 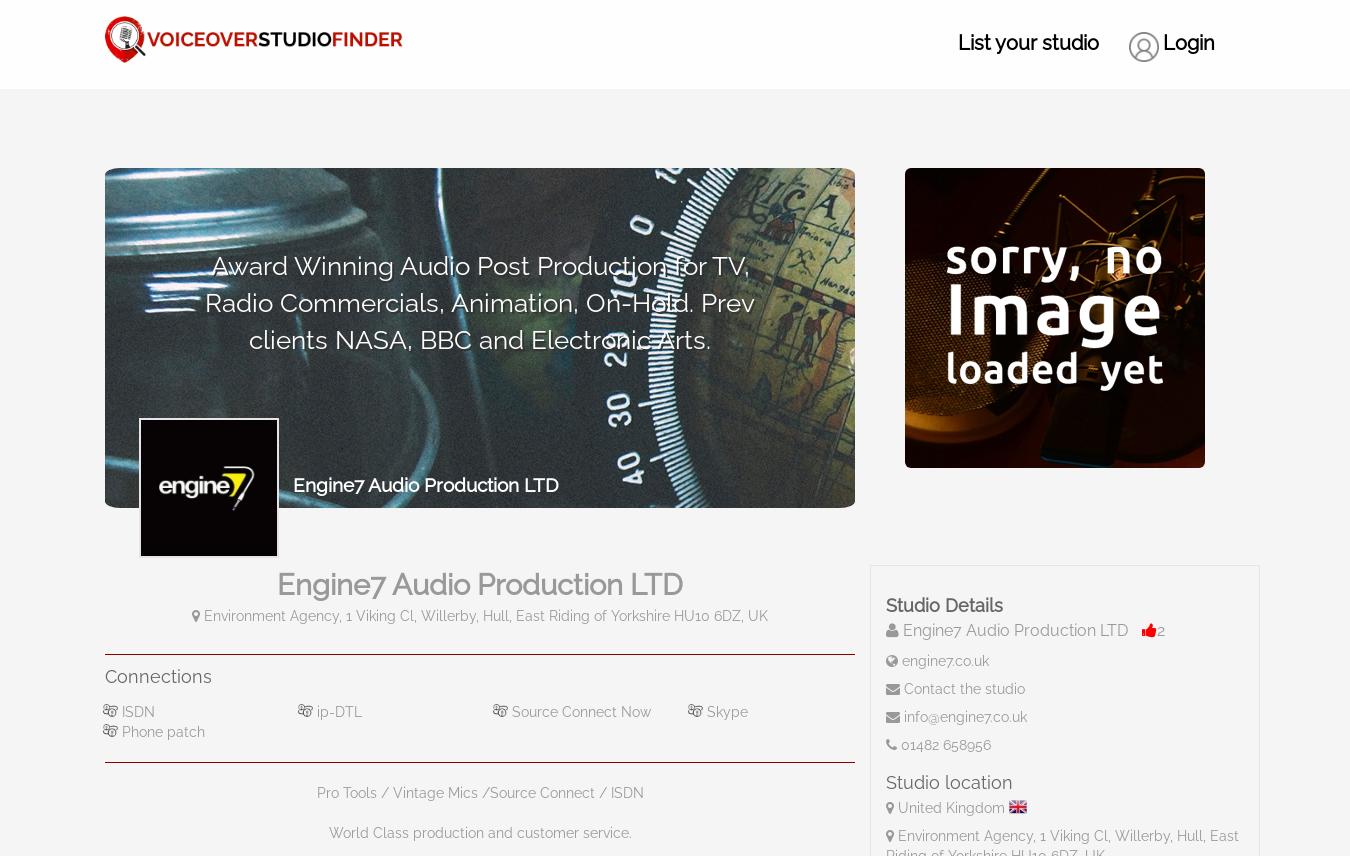 I want to click on 'Source Connect Now', so click(x=579, y=709).